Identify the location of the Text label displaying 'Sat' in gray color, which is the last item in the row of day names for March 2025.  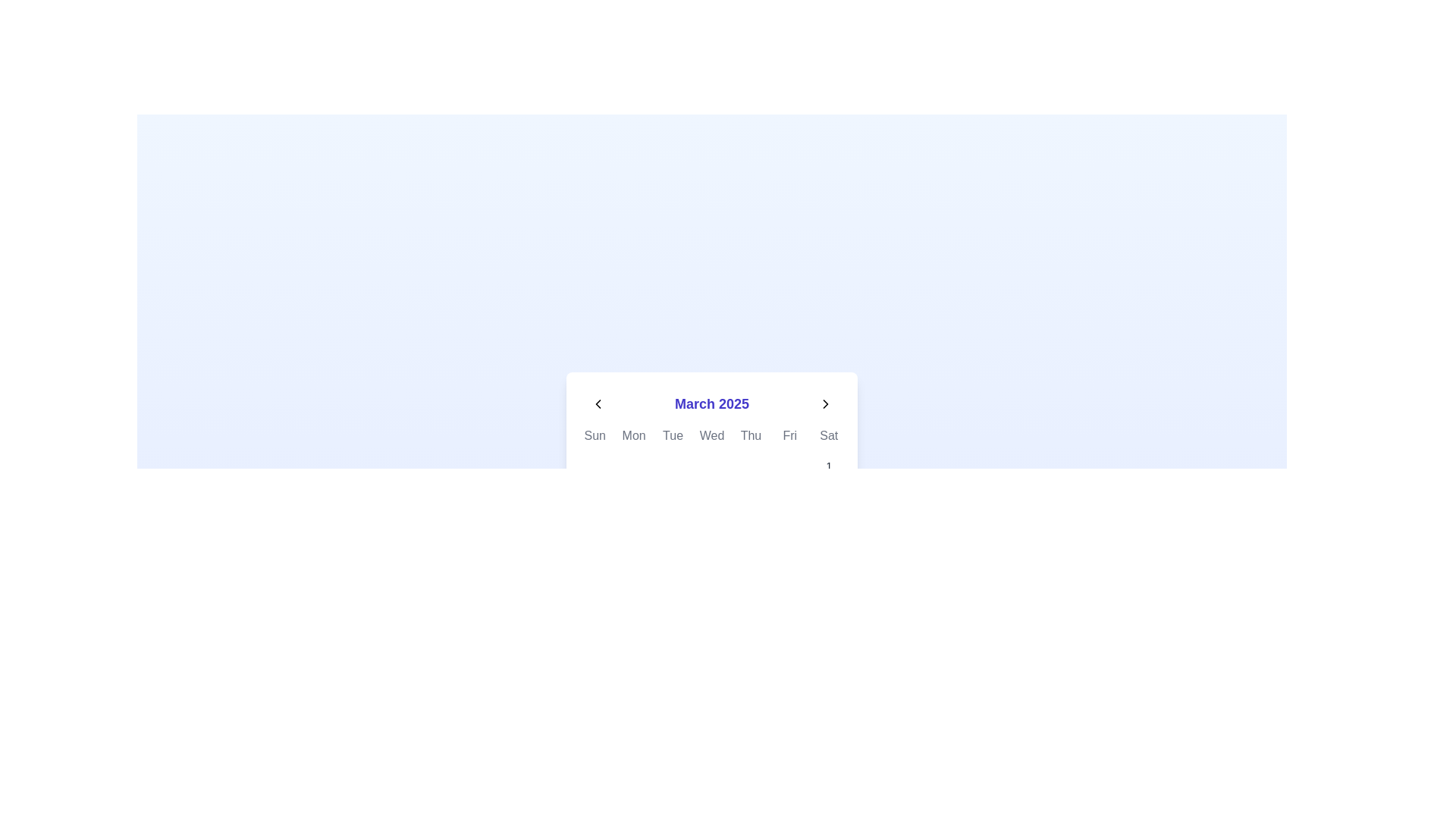
(828, 435).